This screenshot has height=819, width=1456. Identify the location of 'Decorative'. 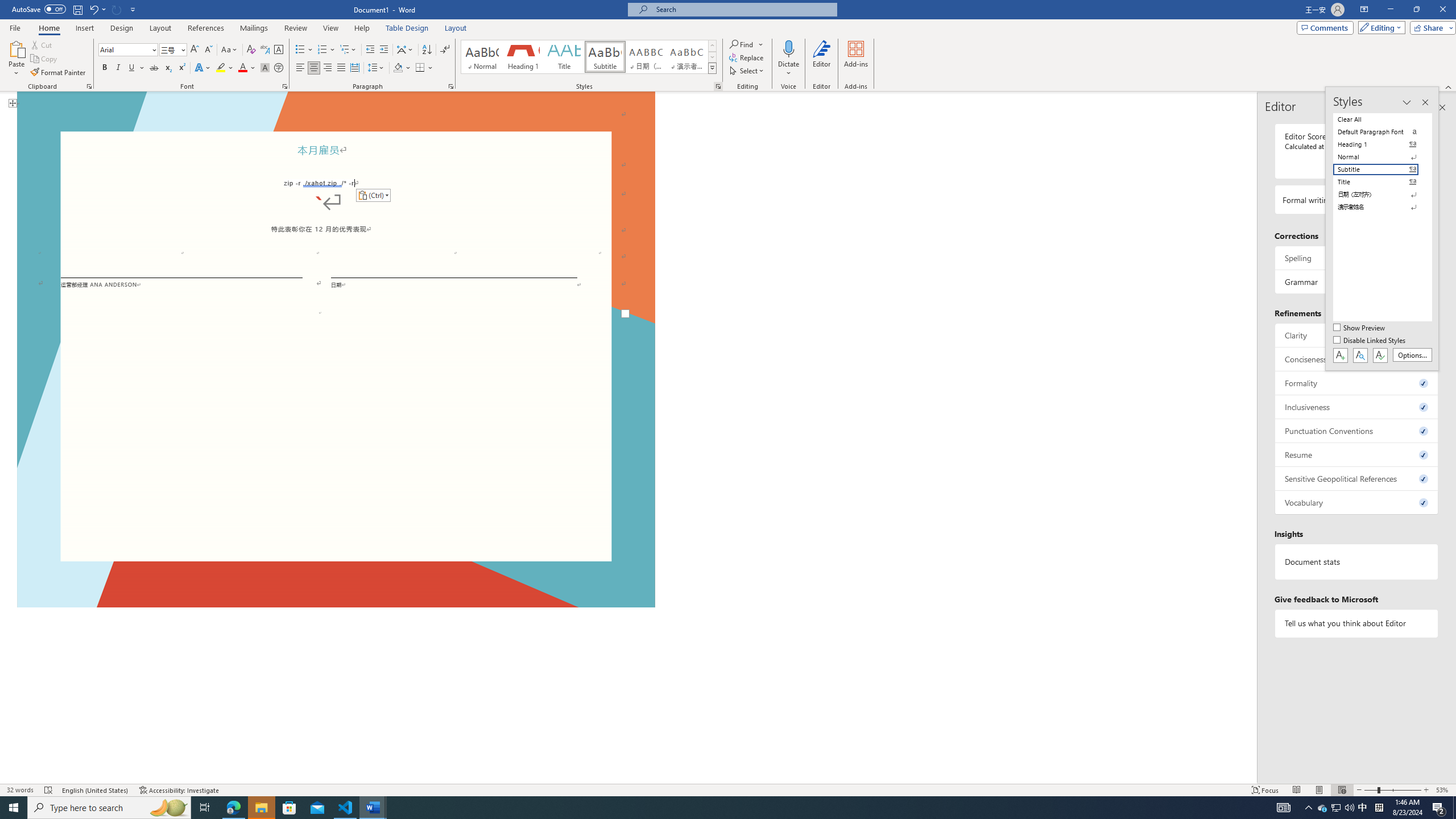
(336, 346).